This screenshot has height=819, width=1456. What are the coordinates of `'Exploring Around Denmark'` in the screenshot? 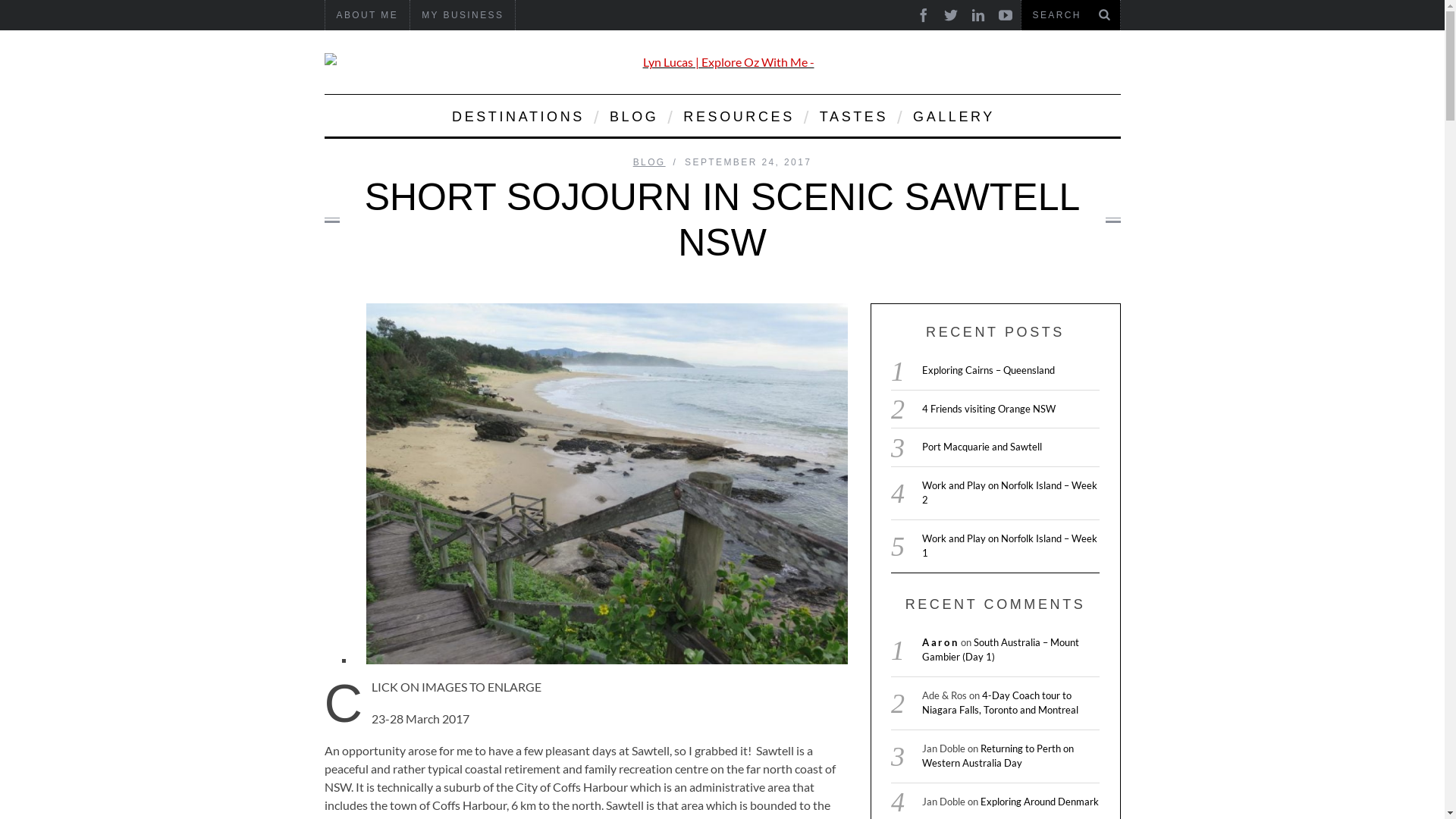 It's located at (1039, 800).